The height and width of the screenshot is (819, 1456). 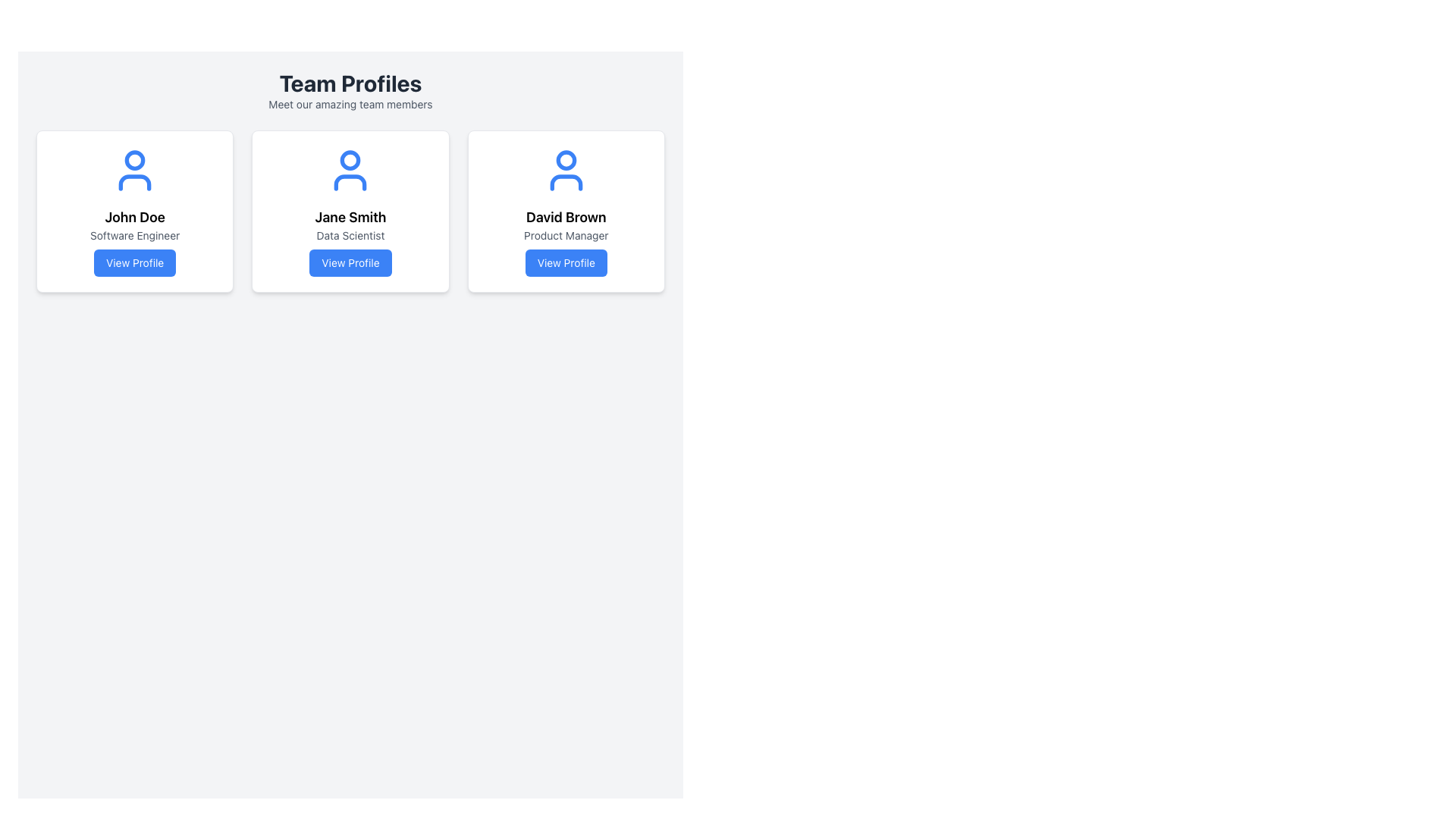 I want to click on the text display showing 'Data Scientist' which is styled as a secondary detail beneath the name 'Jane Smith' in the profile card, so click(x=350, y=236).